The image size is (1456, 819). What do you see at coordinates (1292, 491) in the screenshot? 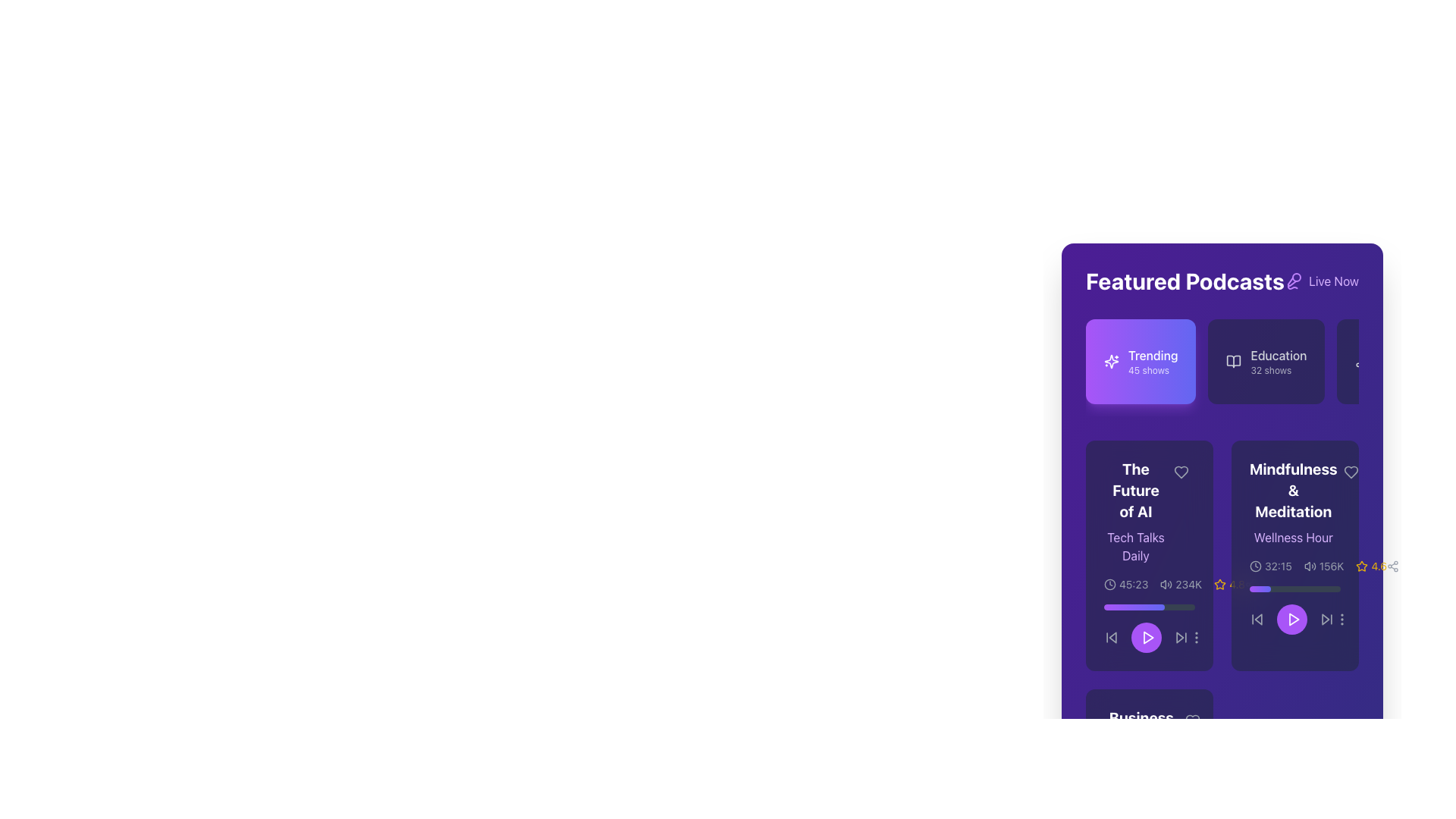
I see `text of the Text label that displays 'Mindfulness & Meditation' in bold white text on a deep purple background, located in the right column of the 'Featured Podcasts' section, above the smaller text 'Wellness Hour'` at bounding box center [1292, 491].